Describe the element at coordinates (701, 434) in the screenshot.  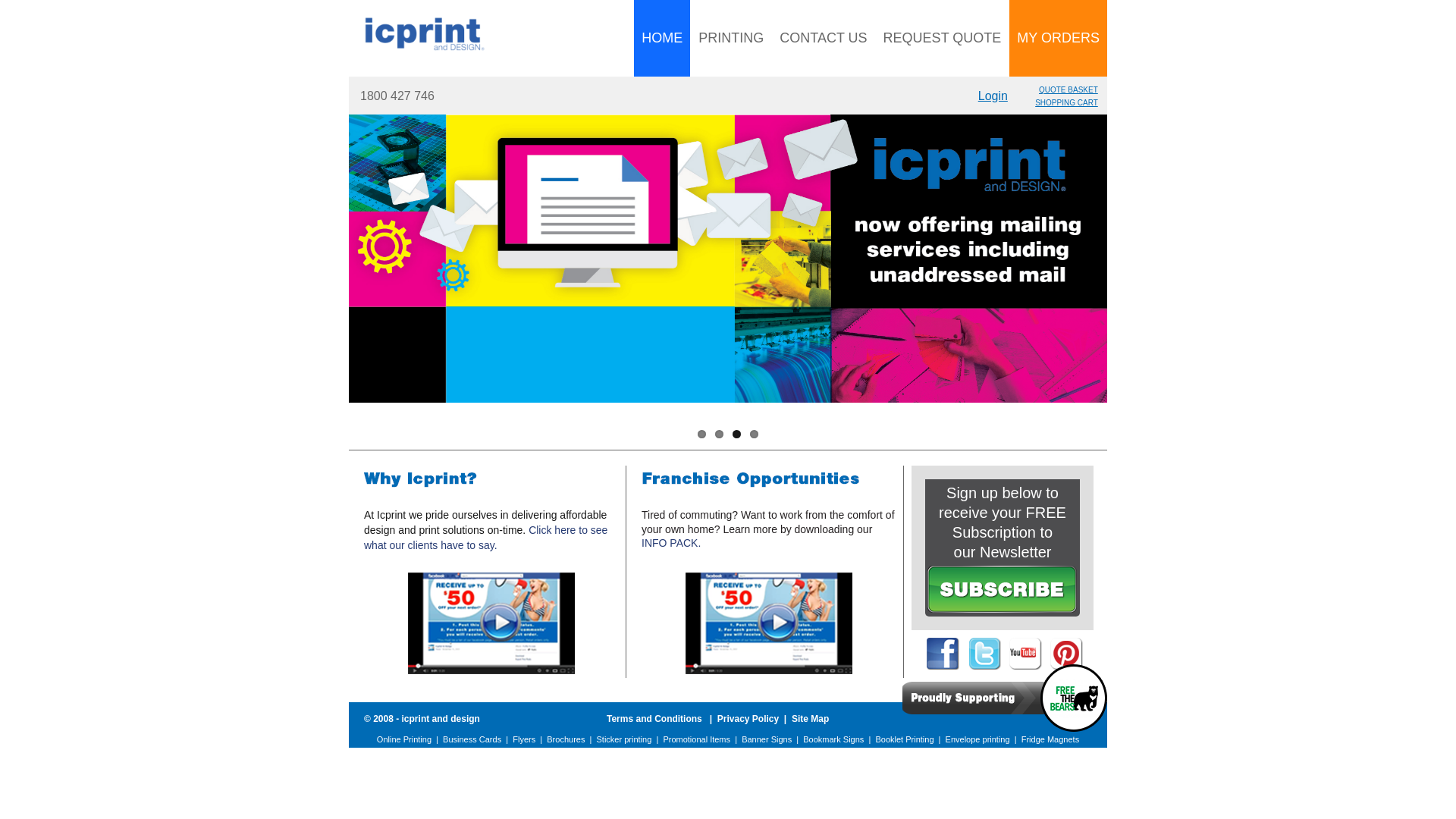
I see `'1'` at that location.